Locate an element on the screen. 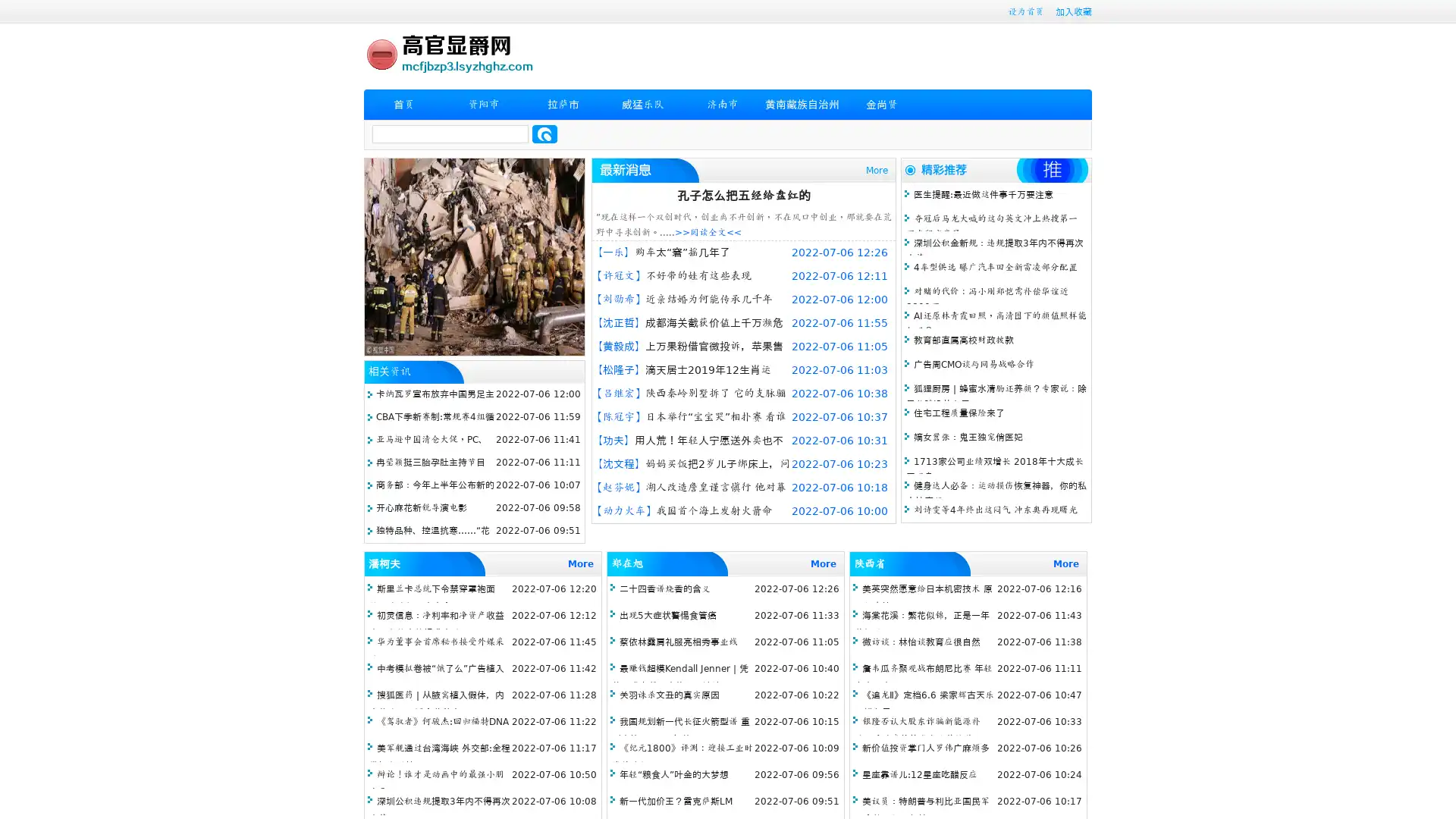  Search is located at coordinates (544, 133).